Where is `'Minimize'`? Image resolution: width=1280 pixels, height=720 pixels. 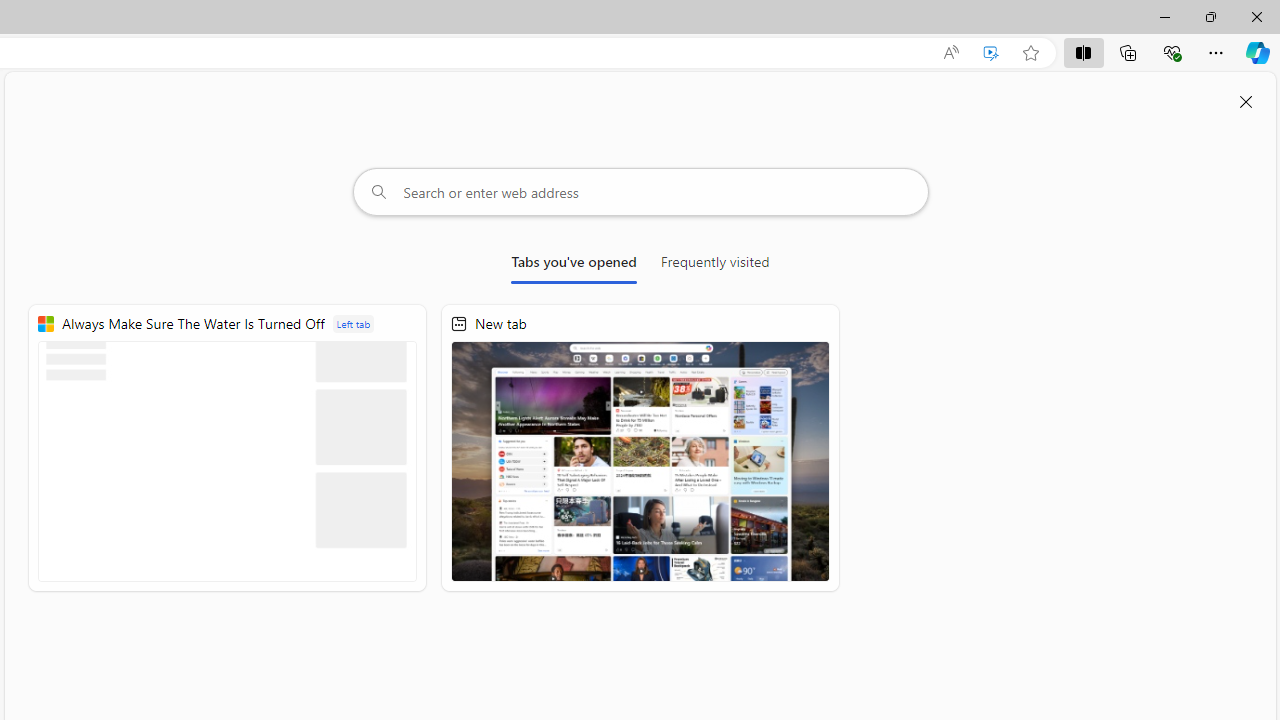
'Minimize' is located at coordinates (1164, 16).